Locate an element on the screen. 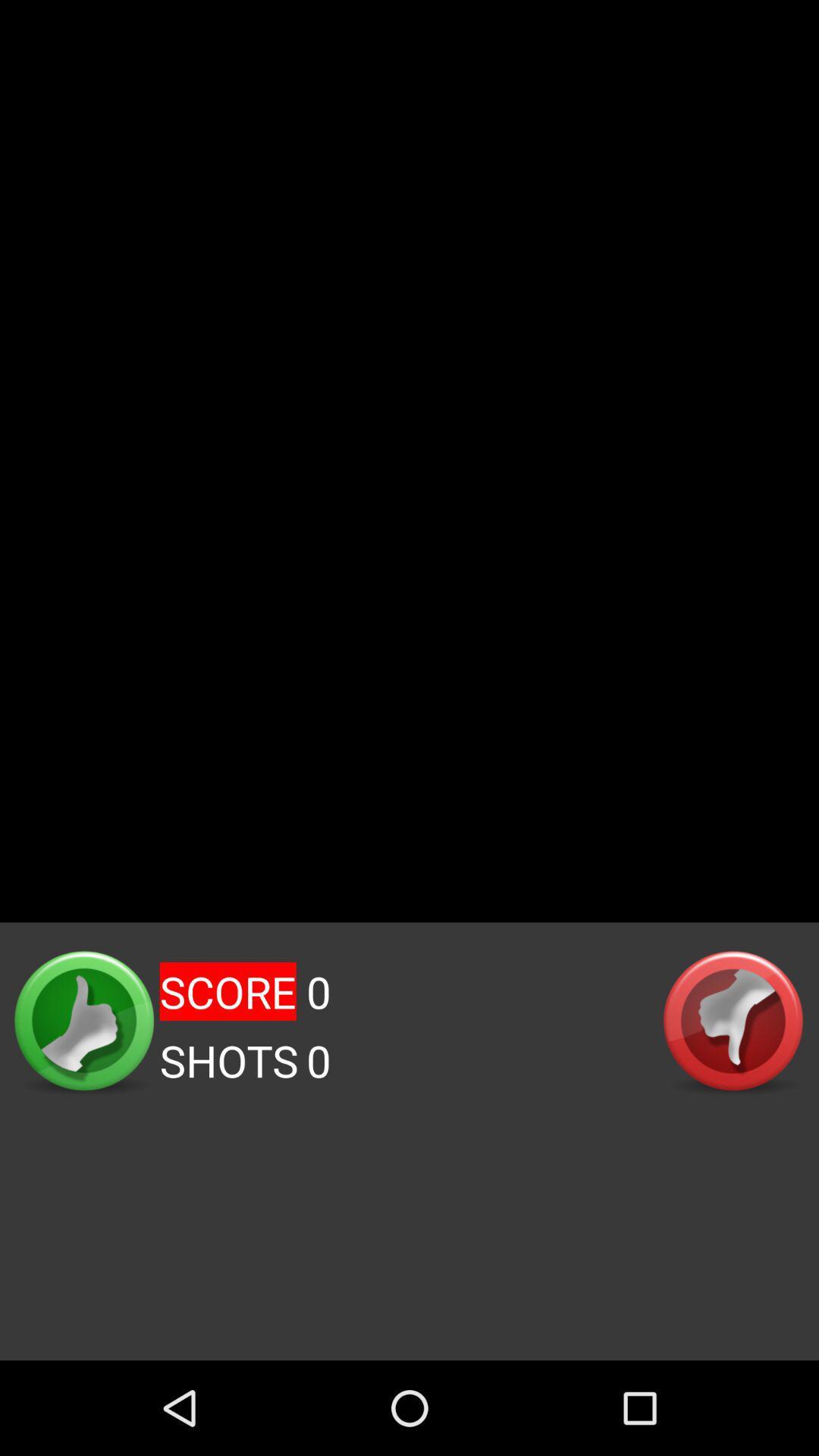  the navigation icon is located at coordinates (733, 1094).